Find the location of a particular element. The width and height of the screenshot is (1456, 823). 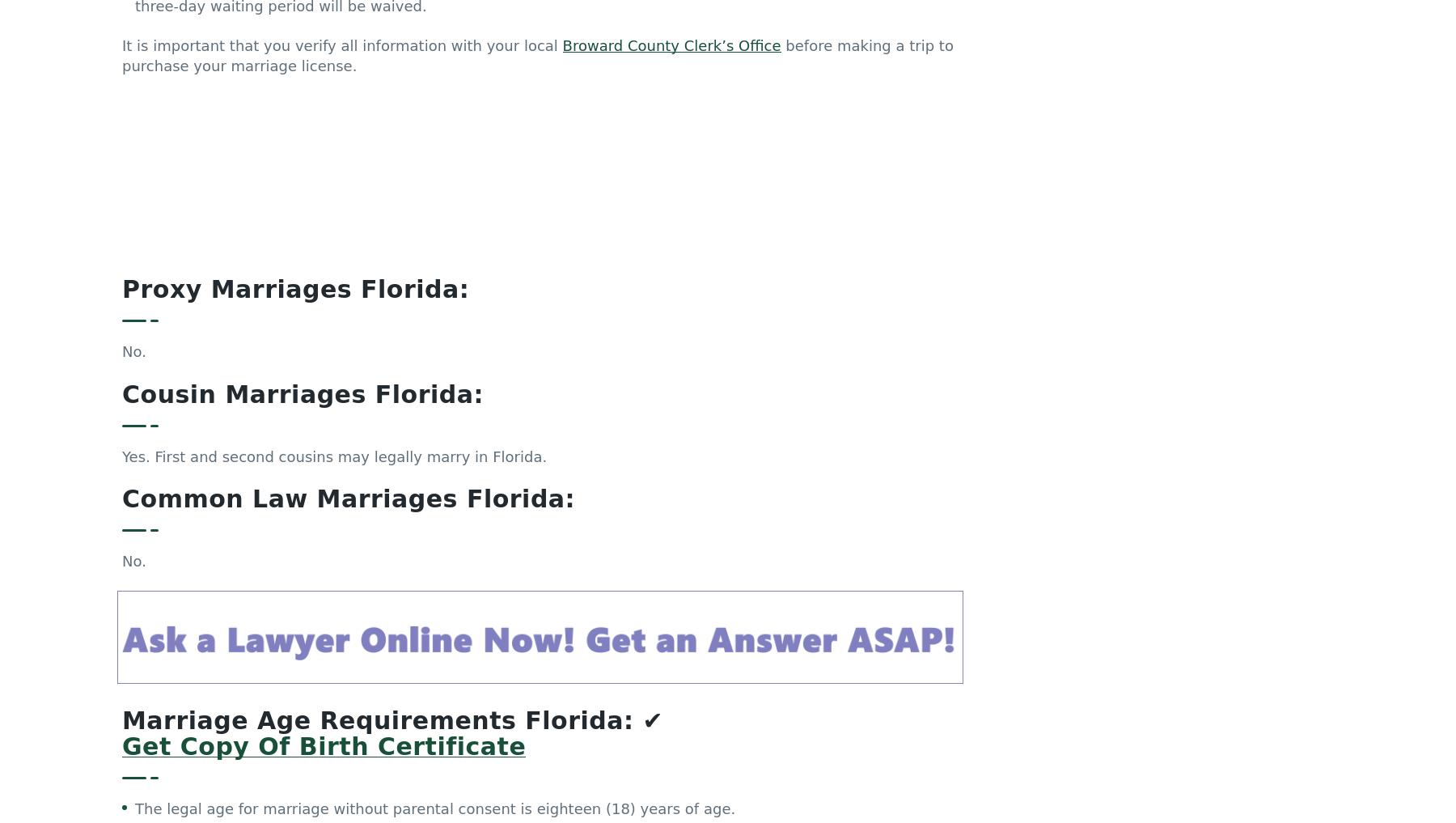

'It is important that you verify all information with your local' is located at coordinates (342, 53).